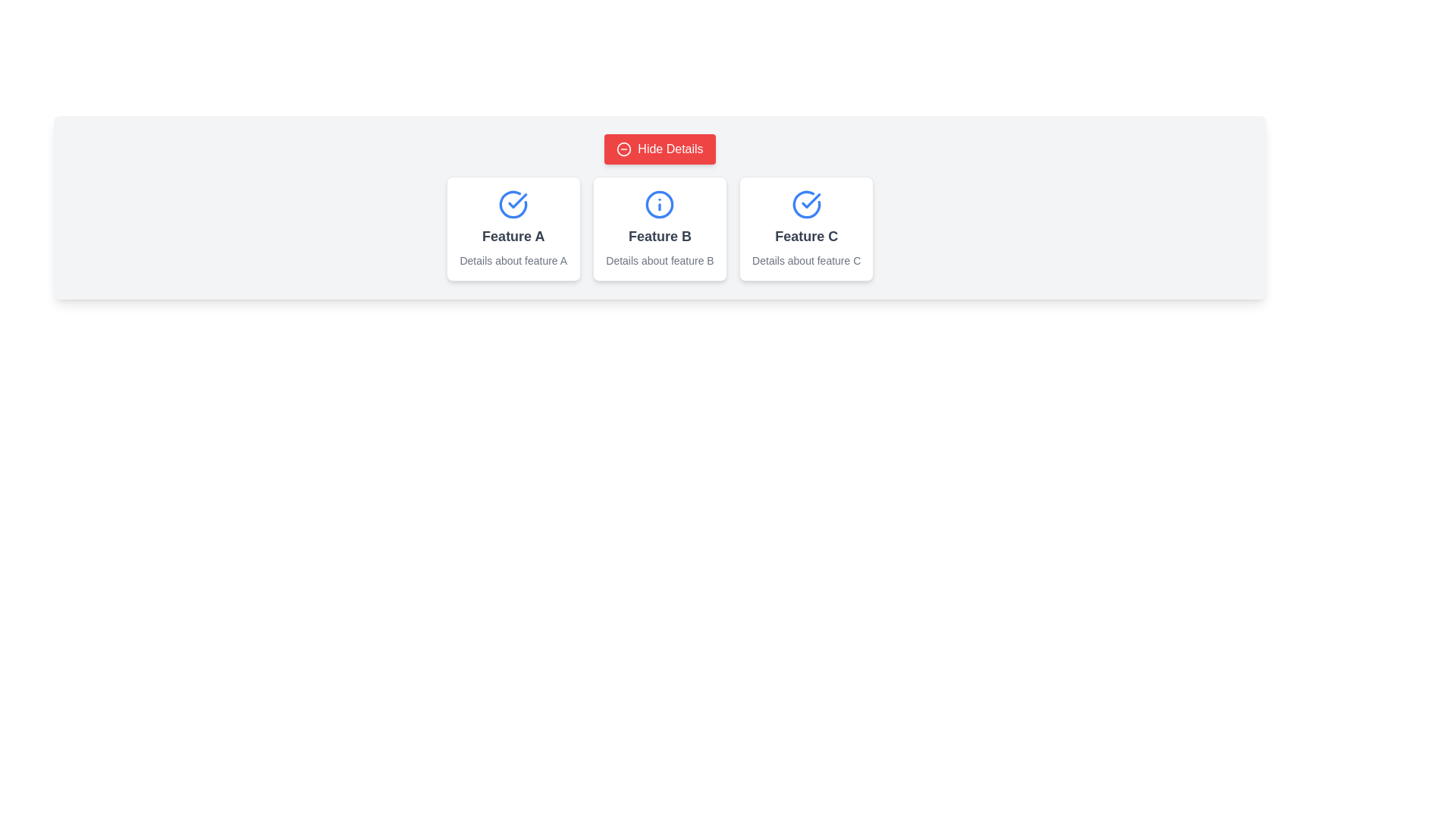 Image resolution: width=1456 pixels, height=819 pixels. Describe the element at coordinates (660, 259) in the screenshot. I see `the static text that states 'Details about feature B' located under the title 'Feature B' in the second card` at that location.